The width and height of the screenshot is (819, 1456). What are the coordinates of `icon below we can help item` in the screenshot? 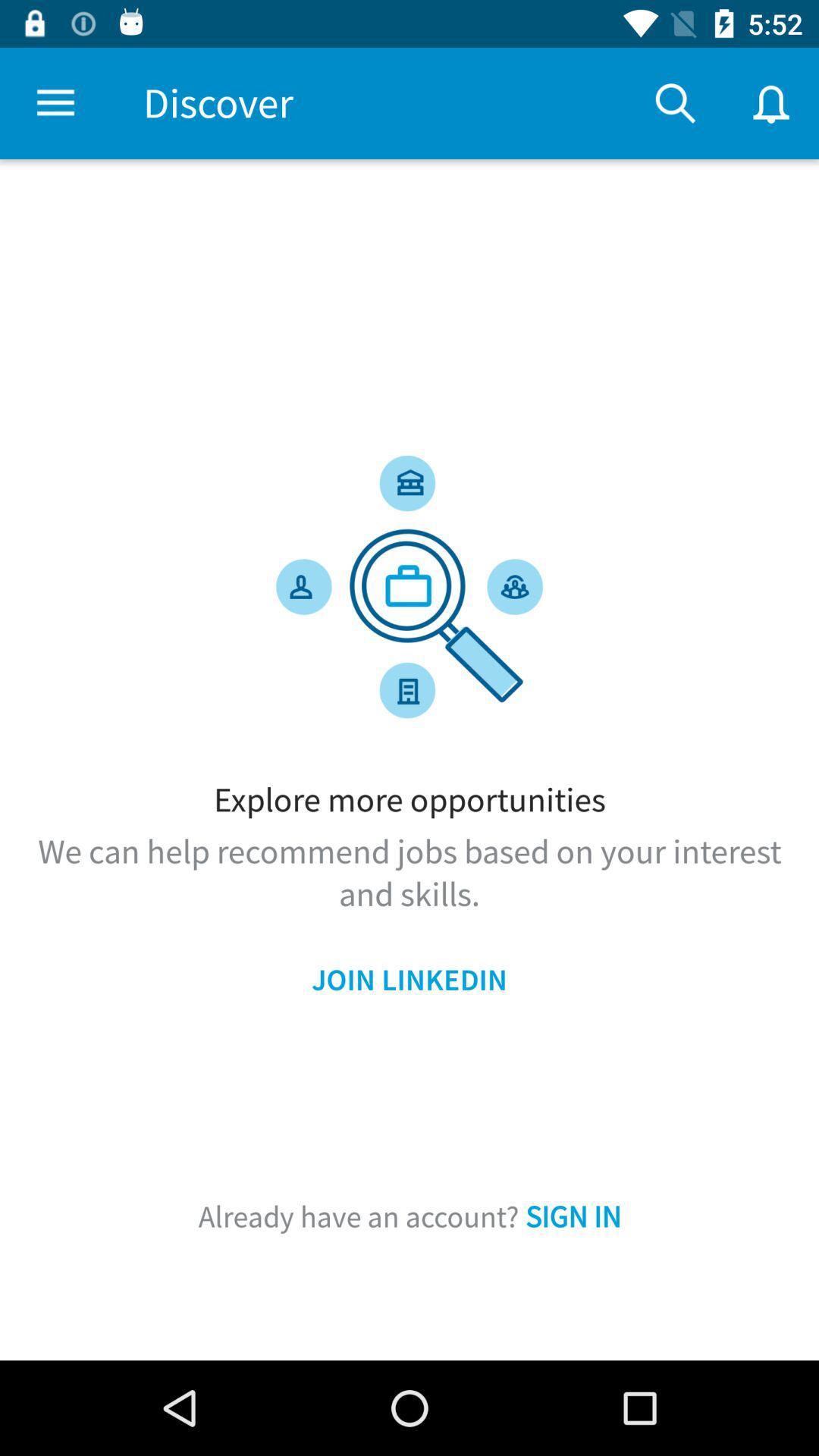 It's located at (409, 980).